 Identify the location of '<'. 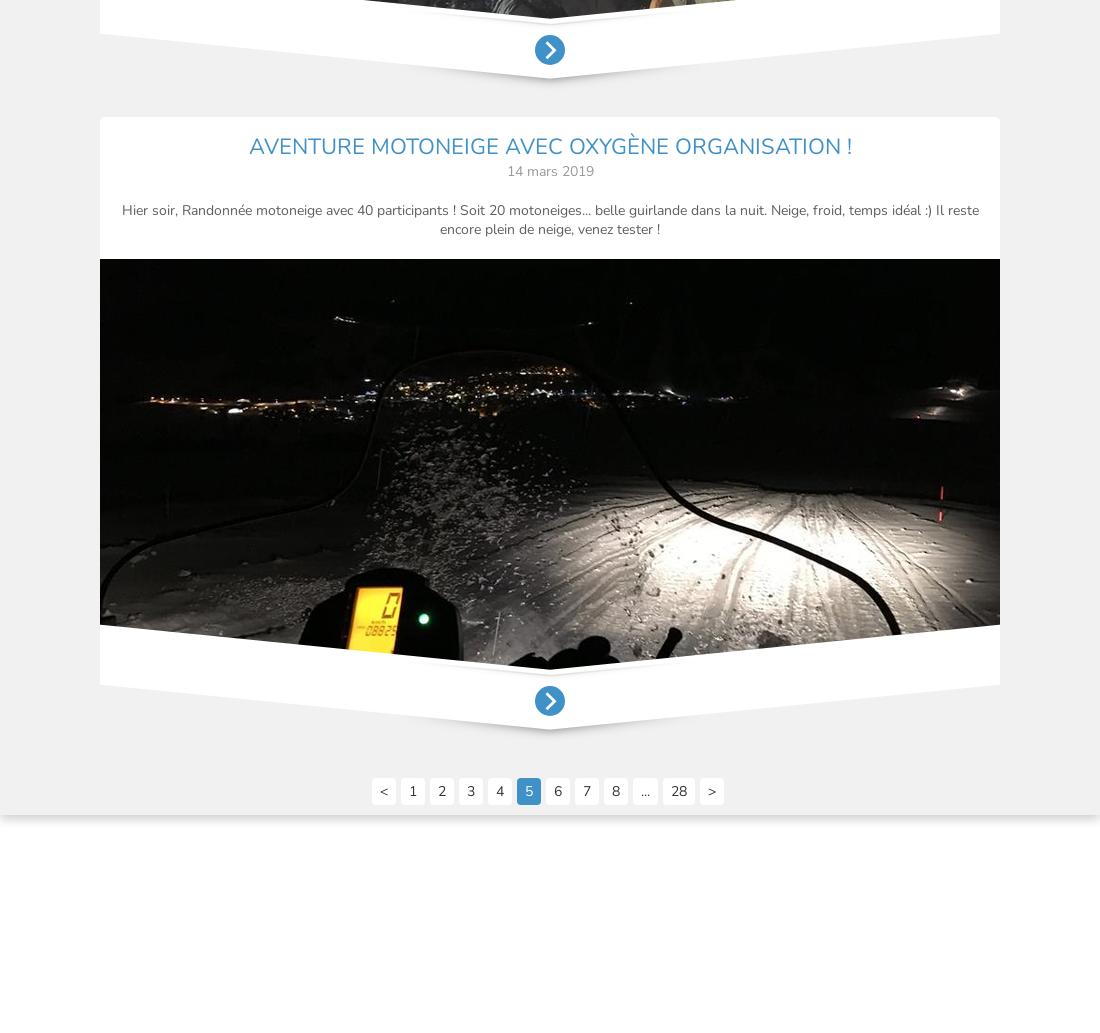
(383, 790).